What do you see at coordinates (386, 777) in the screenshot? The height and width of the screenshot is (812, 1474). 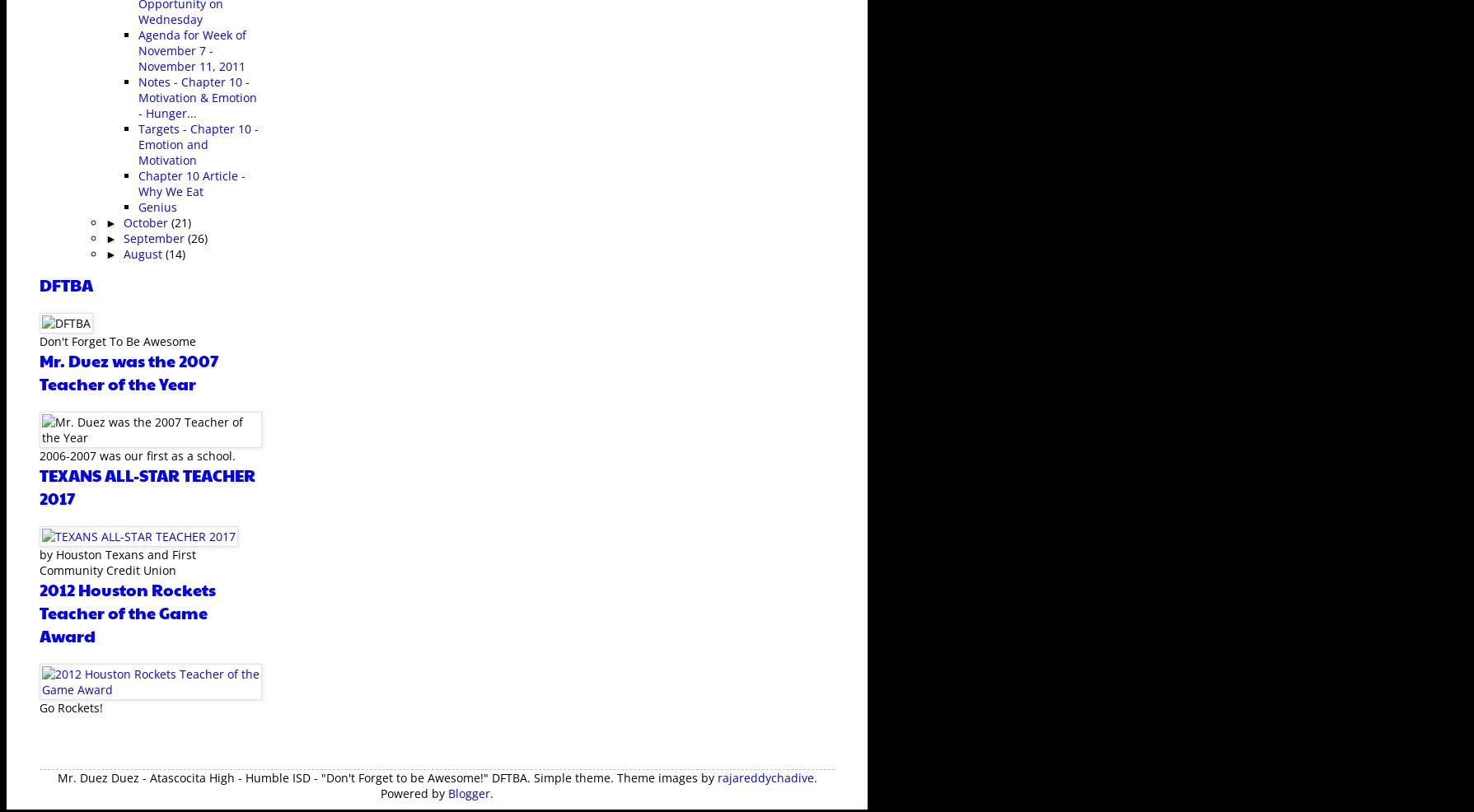 I see `'Mr. Duez Duez - Atascocita High - Humble ISD - "Don't Forget to be Awesome!" DFTBA. Simple theme. Theme images by'` at bounding box center [386, 777].